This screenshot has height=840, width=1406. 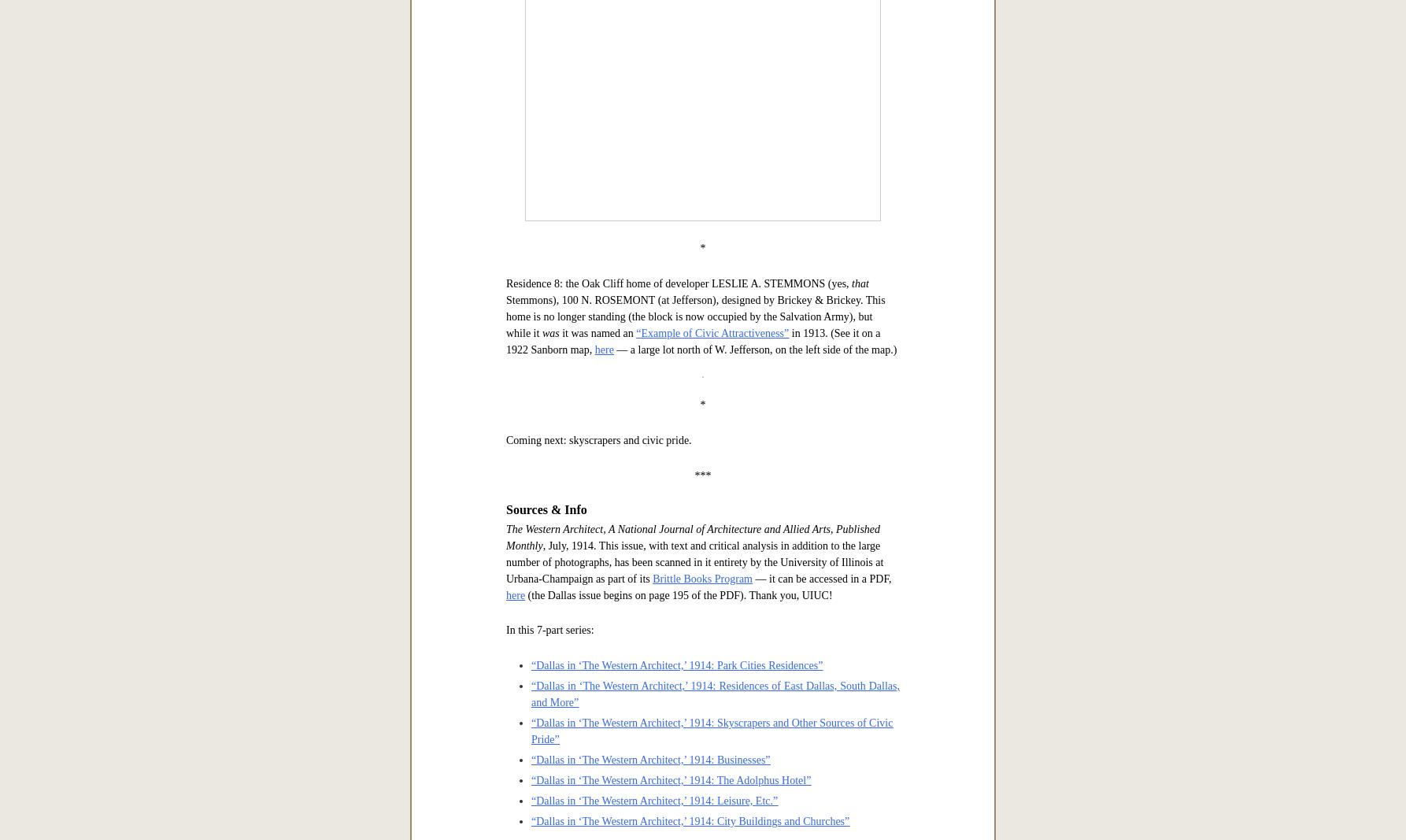 What do you see at coordinates (701, 173) in the screenshot?
I see `'Residence 7: the ELMWOOD APARTMENTS, built by A. R. PHILLIPS, 2707 ROUTH STREET (at Mahon), designed by Hubbell & Greene. No longer an apartment house, the building is still standing in the Uptown area and looks great (see it from a 2011 Google Street View'` at bounding box center [701, 173].